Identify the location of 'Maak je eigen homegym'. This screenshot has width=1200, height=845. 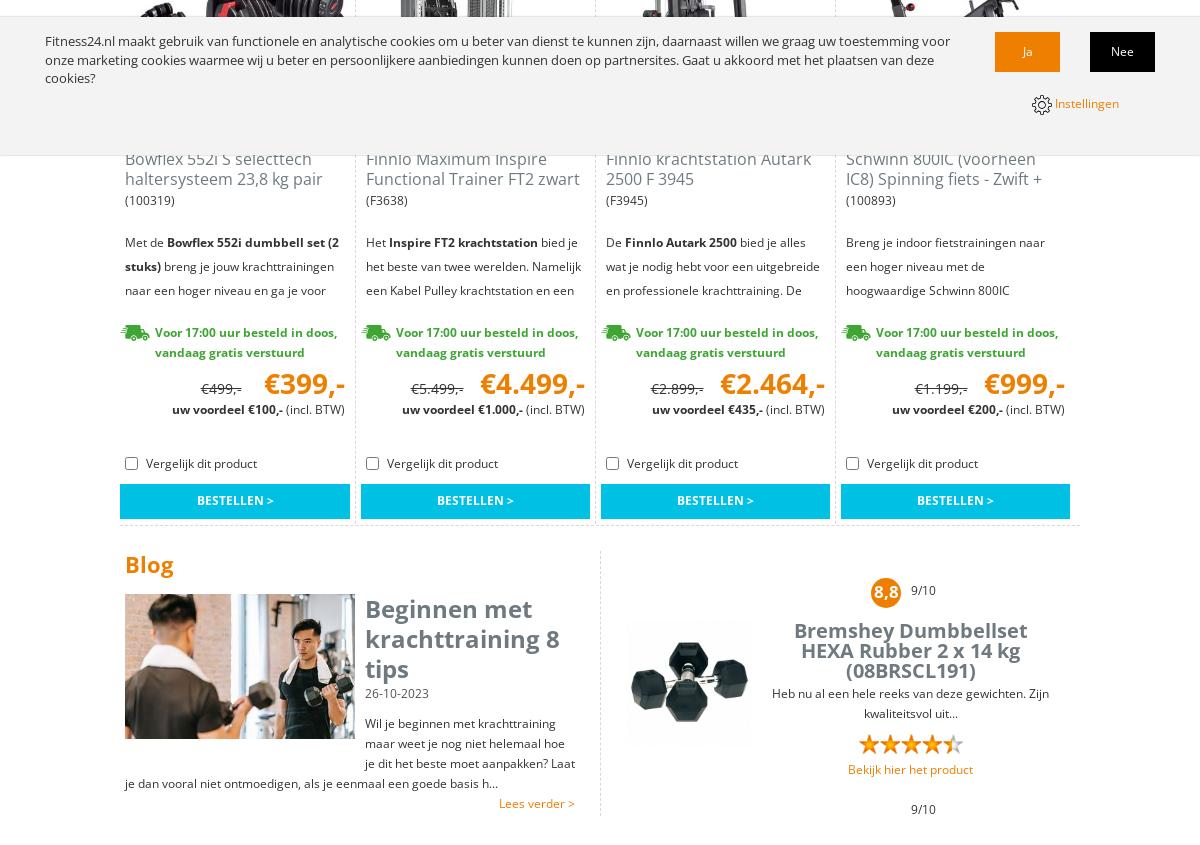
(962, 55).